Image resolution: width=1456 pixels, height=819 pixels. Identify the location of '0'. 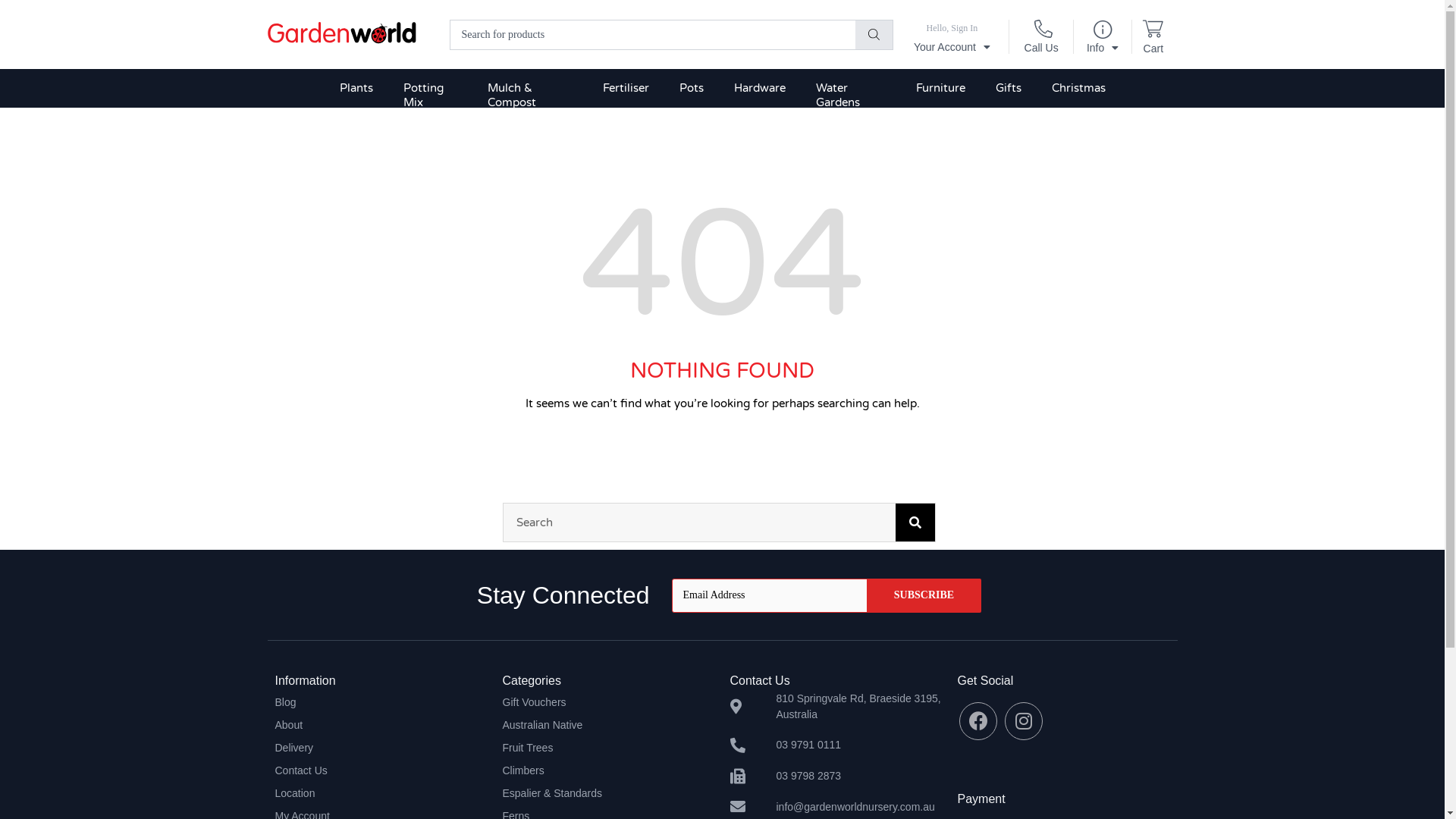
(1153, 31).